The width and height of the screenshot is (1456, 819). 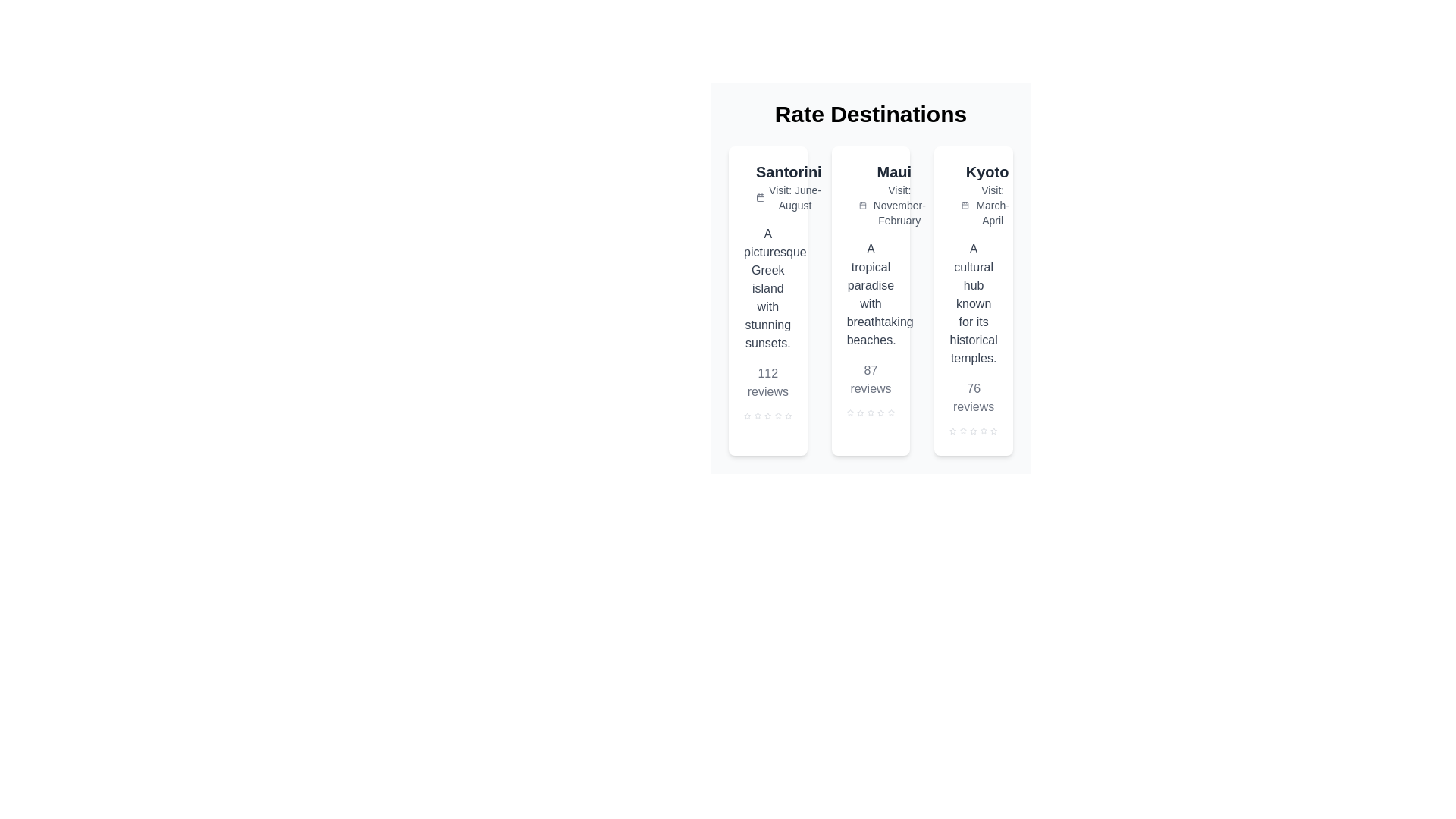 What do you see at coordinates (871, 379) in the screenshot?
I see `the label indicating the number of reviews for the 'Maui' item in the 'Rate Destinations' section, located below the description 'A tropical paradise with breathtaking beaches.'` at bounding box center [871, 379].